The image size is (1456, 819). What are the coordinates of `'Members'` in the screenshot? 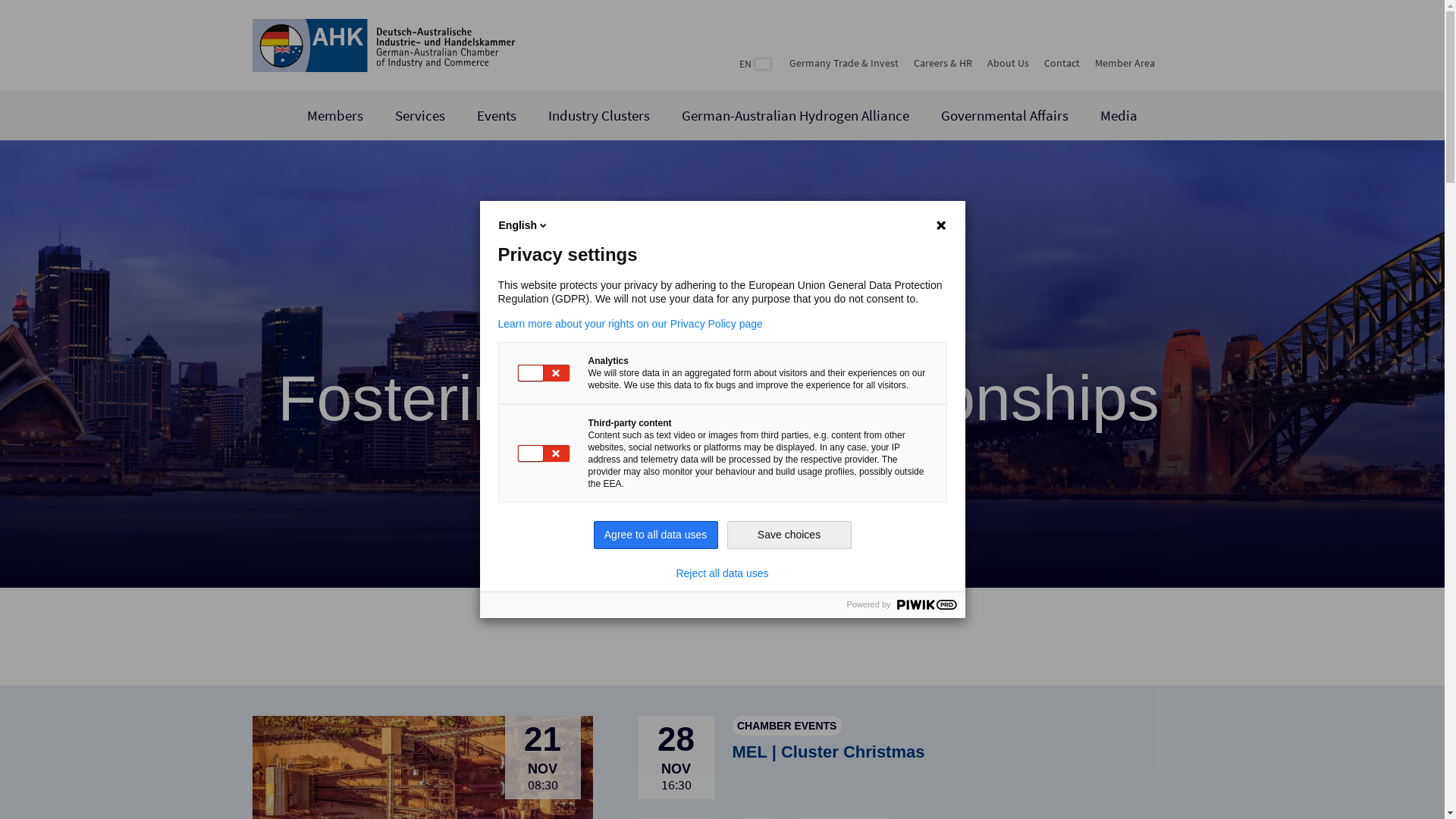 It's located at (306, 115).